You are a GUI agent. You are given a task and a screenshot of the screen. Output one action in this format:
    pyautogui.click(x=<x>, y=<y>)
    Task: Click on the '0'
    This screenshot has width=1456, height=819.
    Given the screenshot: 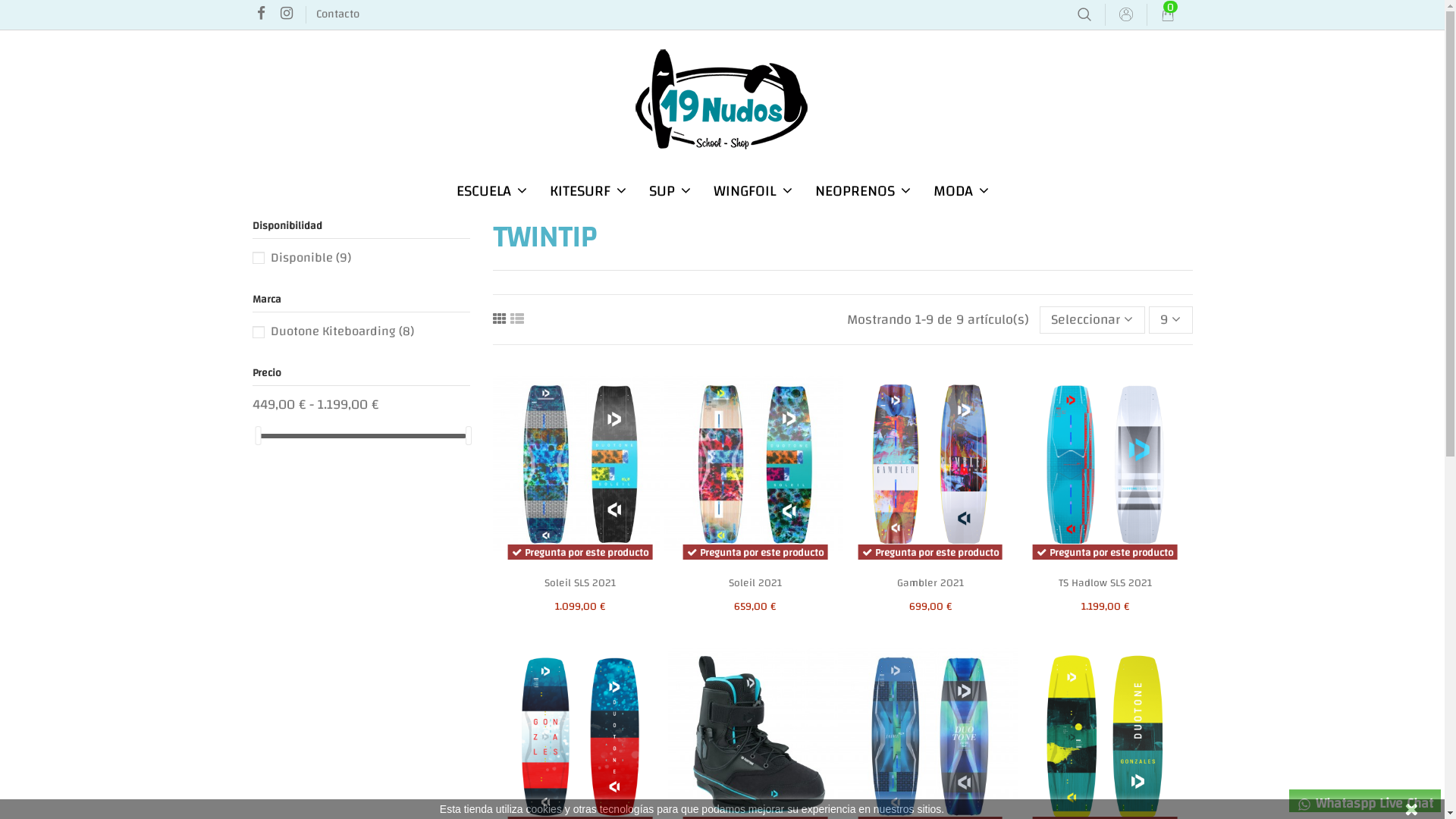 What is the action you would take?
    pyautogui.click(x=1166, y=14)
    